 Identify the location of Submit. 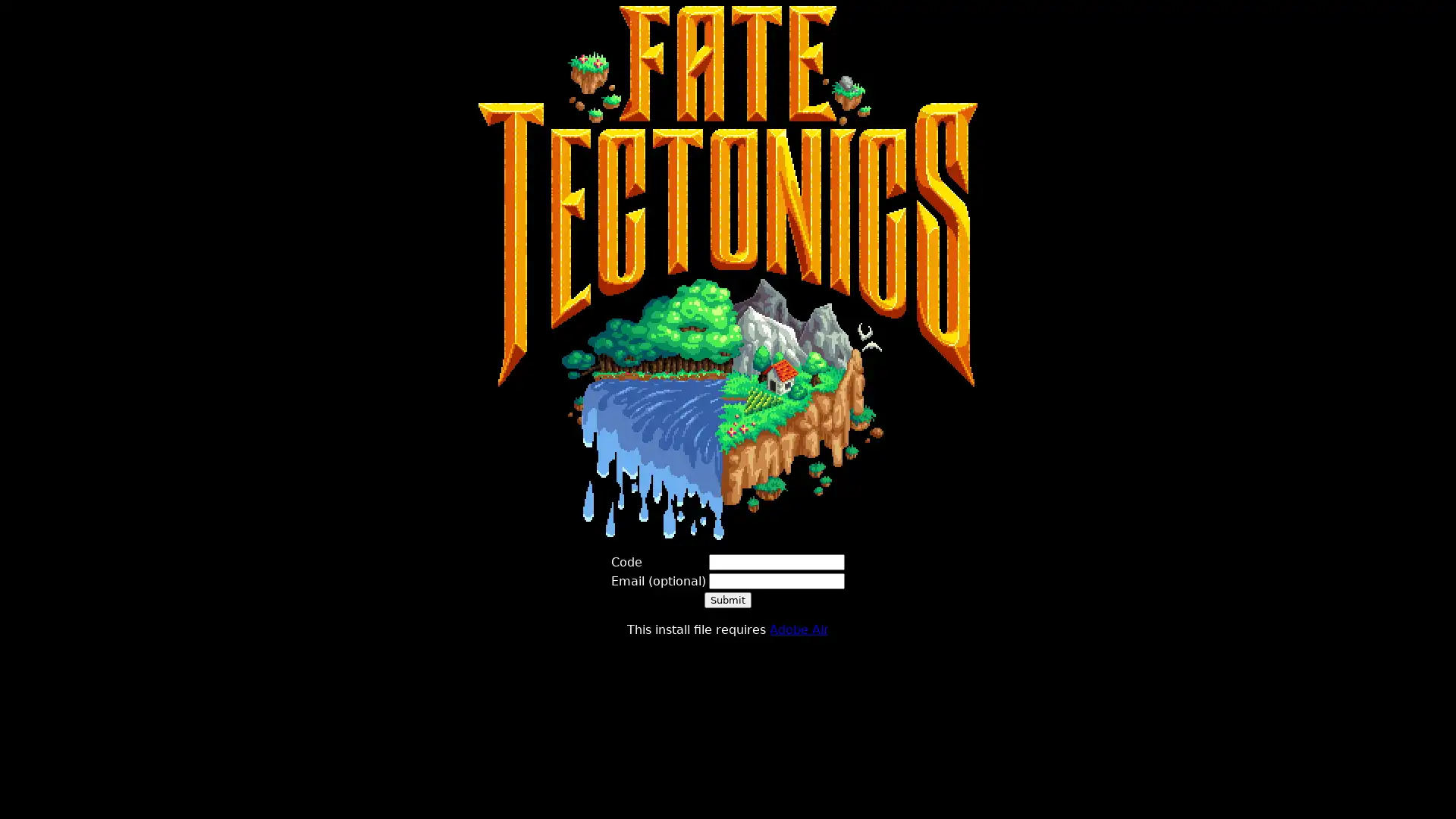
(728, 599).